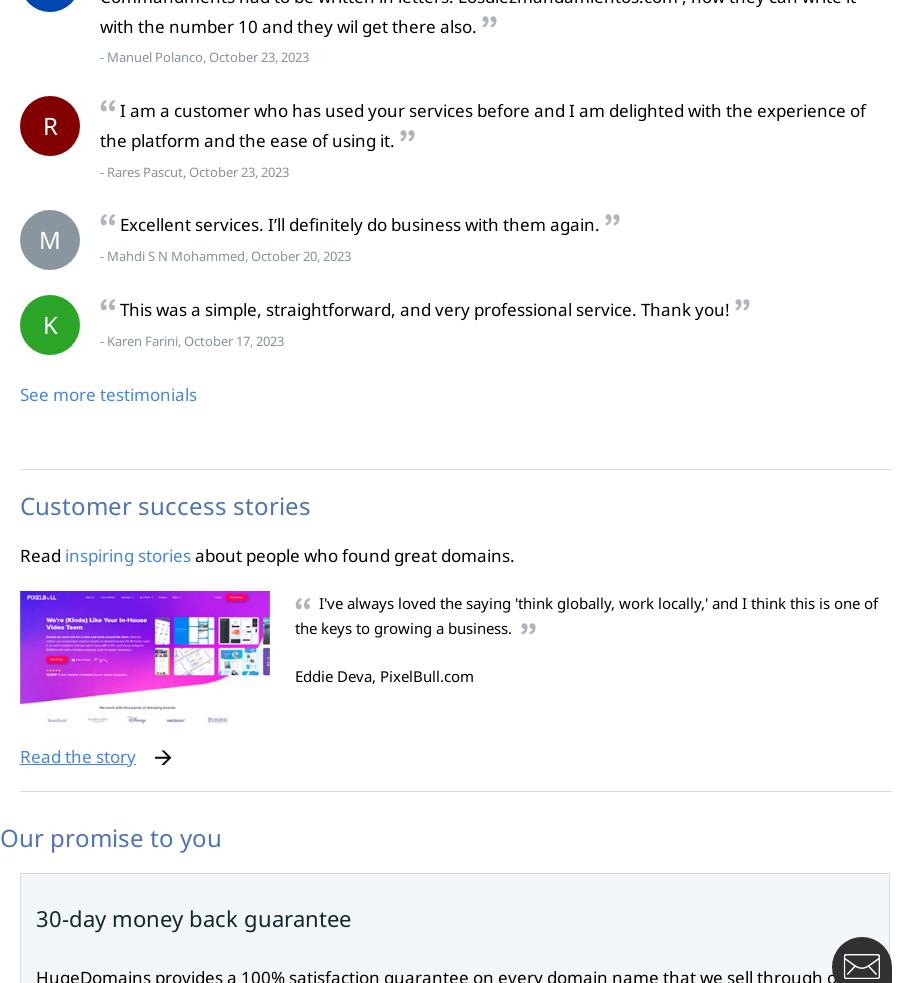  What do you see at coordinates (119, 309) in the screenshot?
I see `'This was a simple, straightforward, and very professional service. Thank you!'` at bounding box center [119, 309].